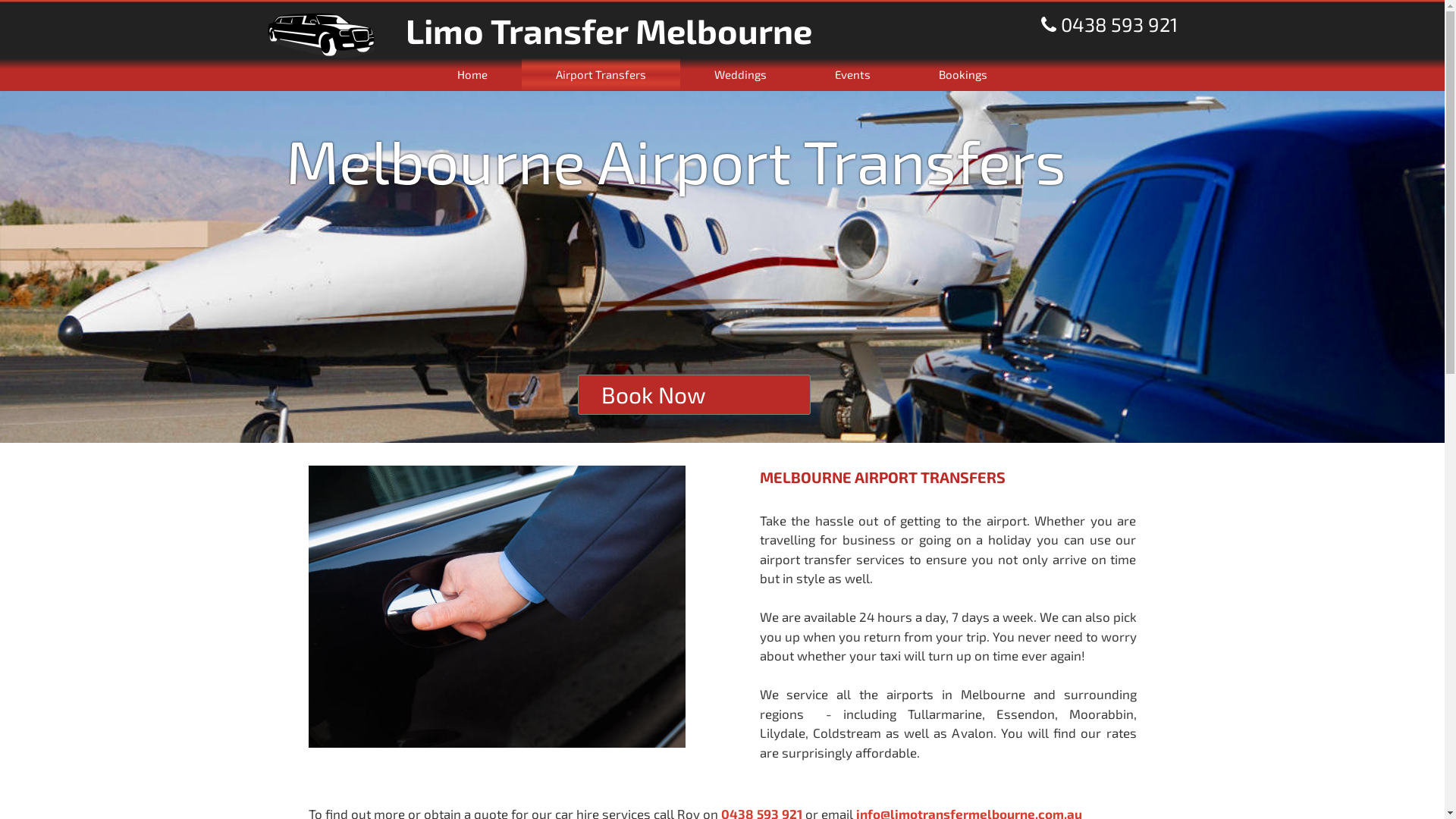  I want to click on 'Chauffeur's hand opening passenger door, so click(496, 606).